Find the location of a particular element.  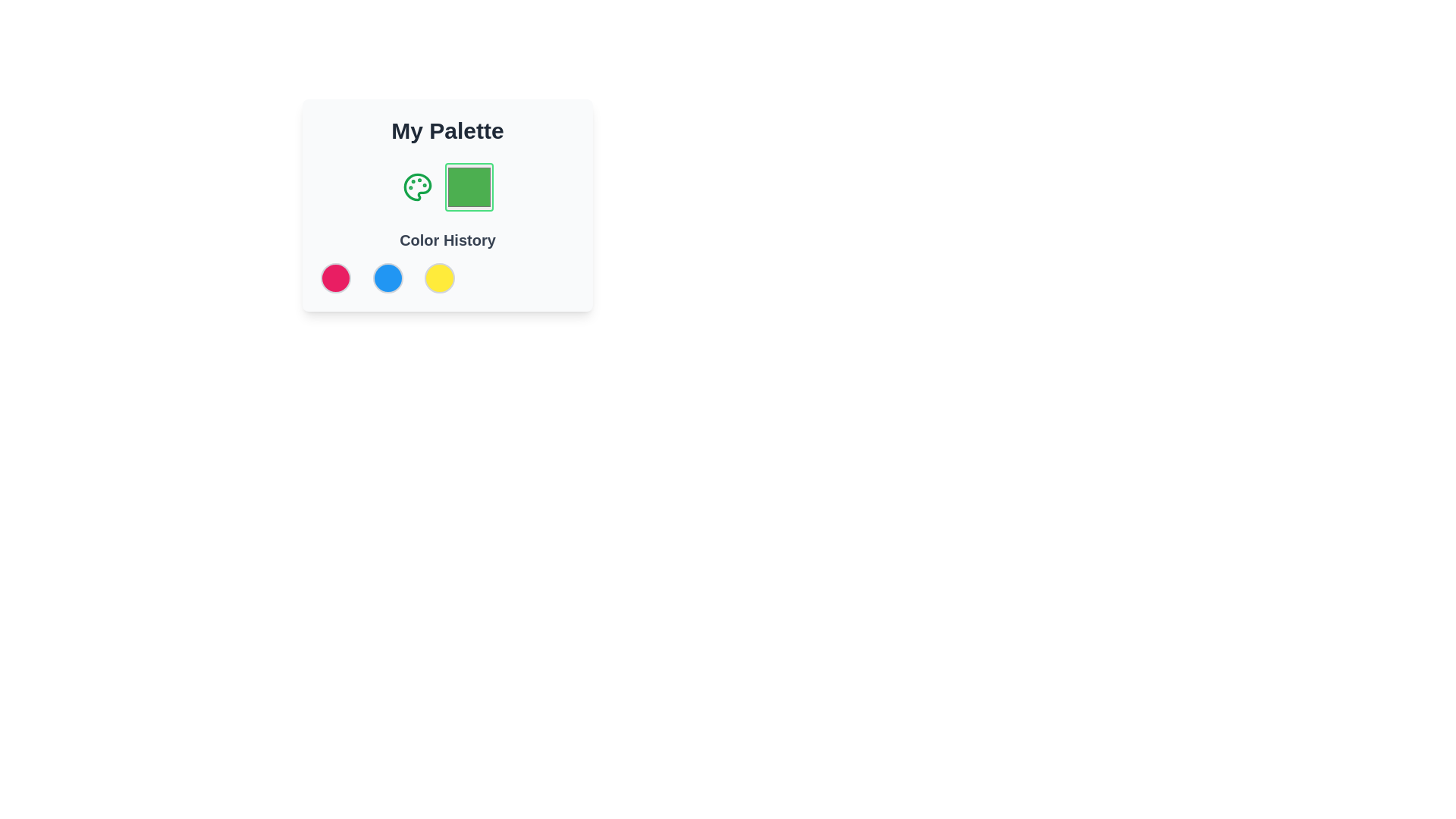

the descriptive label for the color history section located centrally under a graphic icon and a green color square within the 'My Palette' card is located at coordinates (447, 227).